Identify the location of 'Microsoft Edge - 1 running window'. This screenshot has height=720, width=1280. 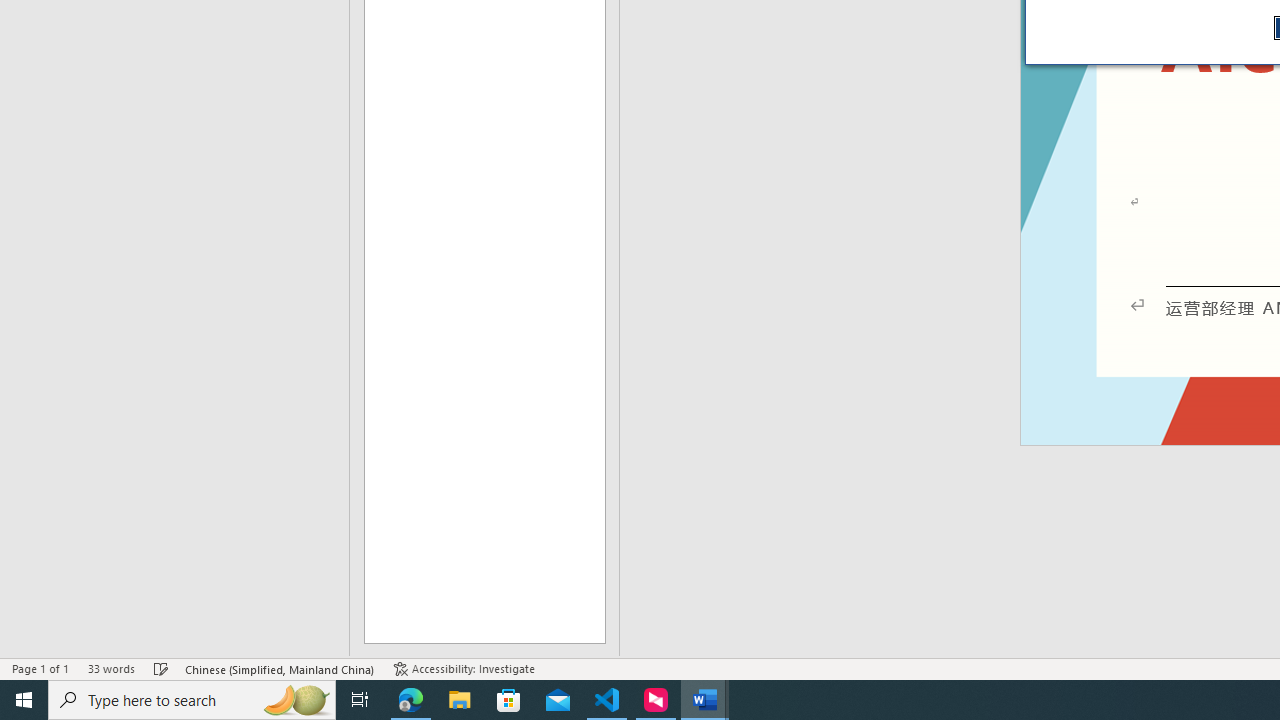
(410, 698).